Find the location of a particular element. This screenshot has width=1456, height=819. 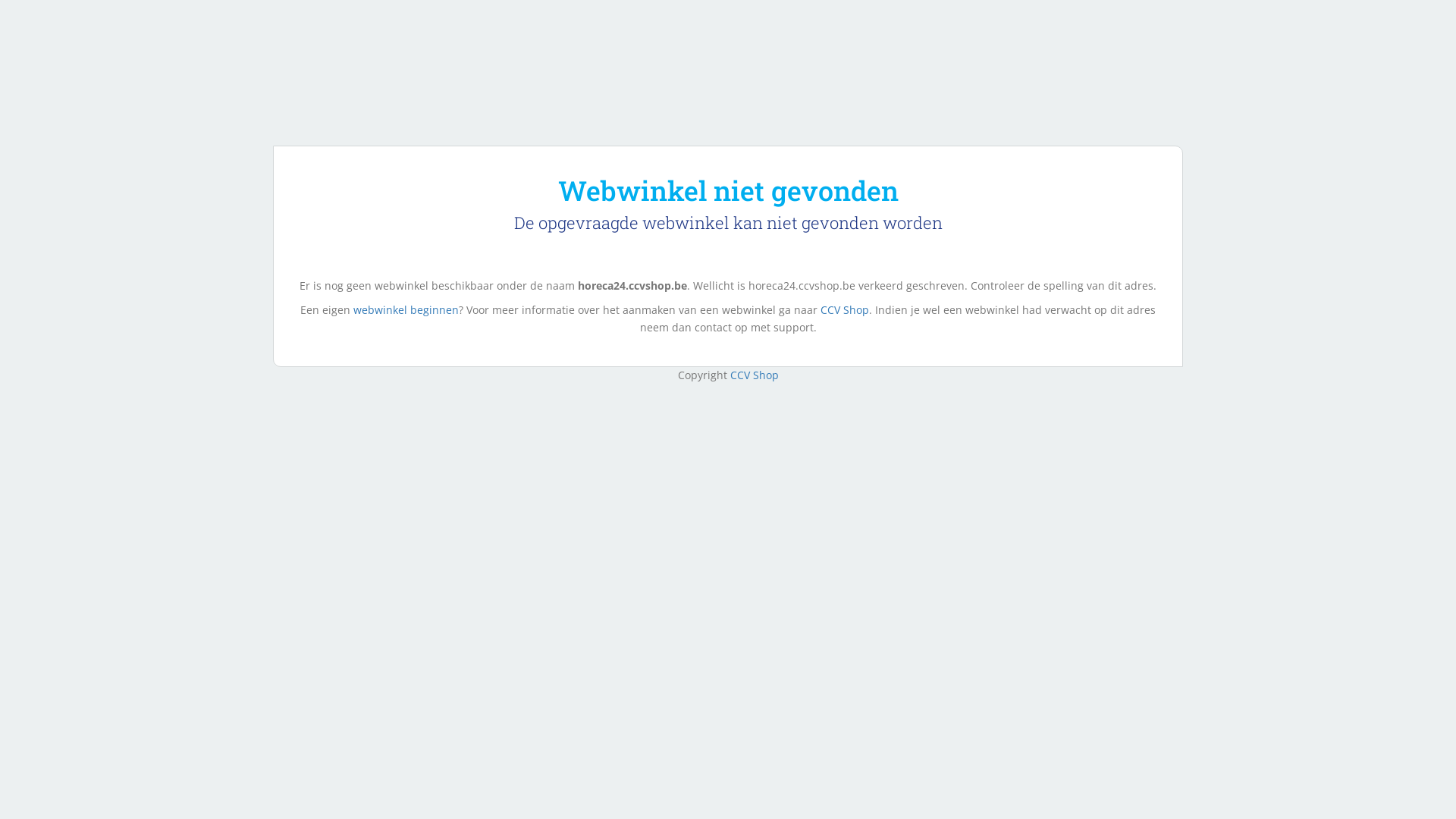

'CCV Shop' is located at coordinates (843, 309).